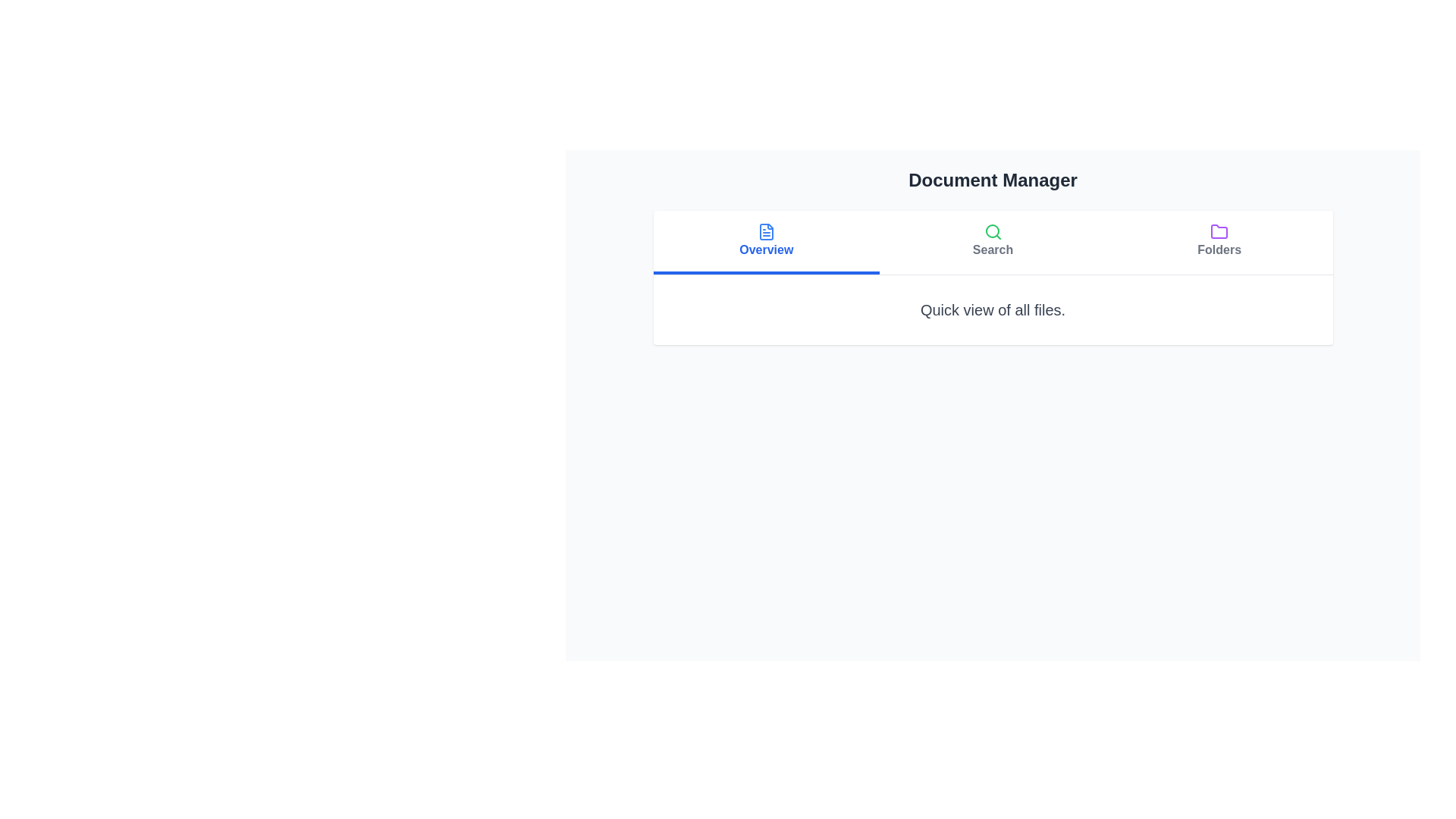 This screenshot has height=819, width=1456. What do you see at coordinates (993, 309) in the screenshot?
I see `the text label that reads 'Quick view of all files.' which is styled in gray on a white background, located below the header tabs in the Document Manager interface` at bounding box center [993, 309].